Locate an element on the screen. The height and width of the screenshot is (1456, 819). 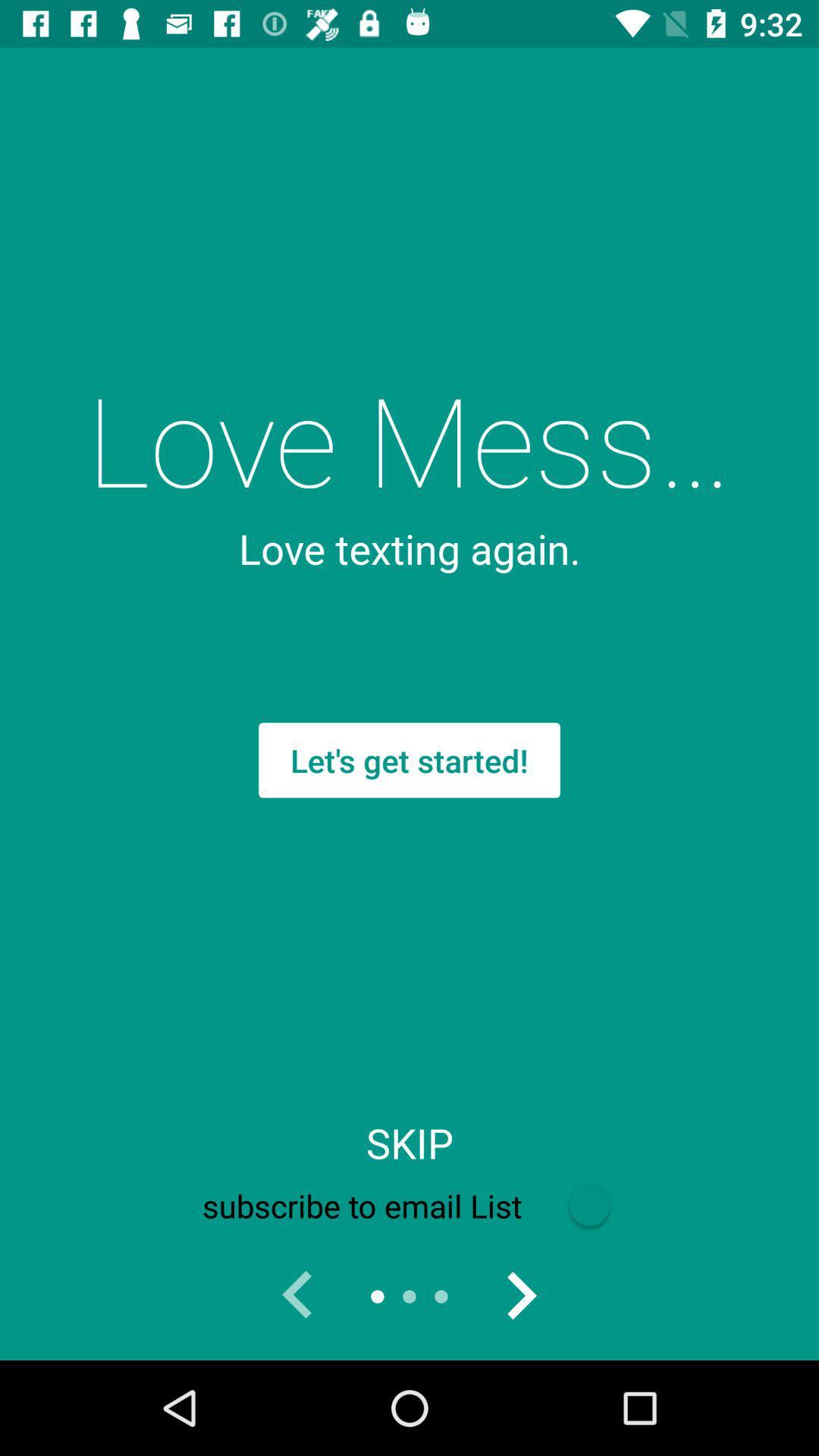
the arrow_backward icon is located at coordinates (298, 1295).